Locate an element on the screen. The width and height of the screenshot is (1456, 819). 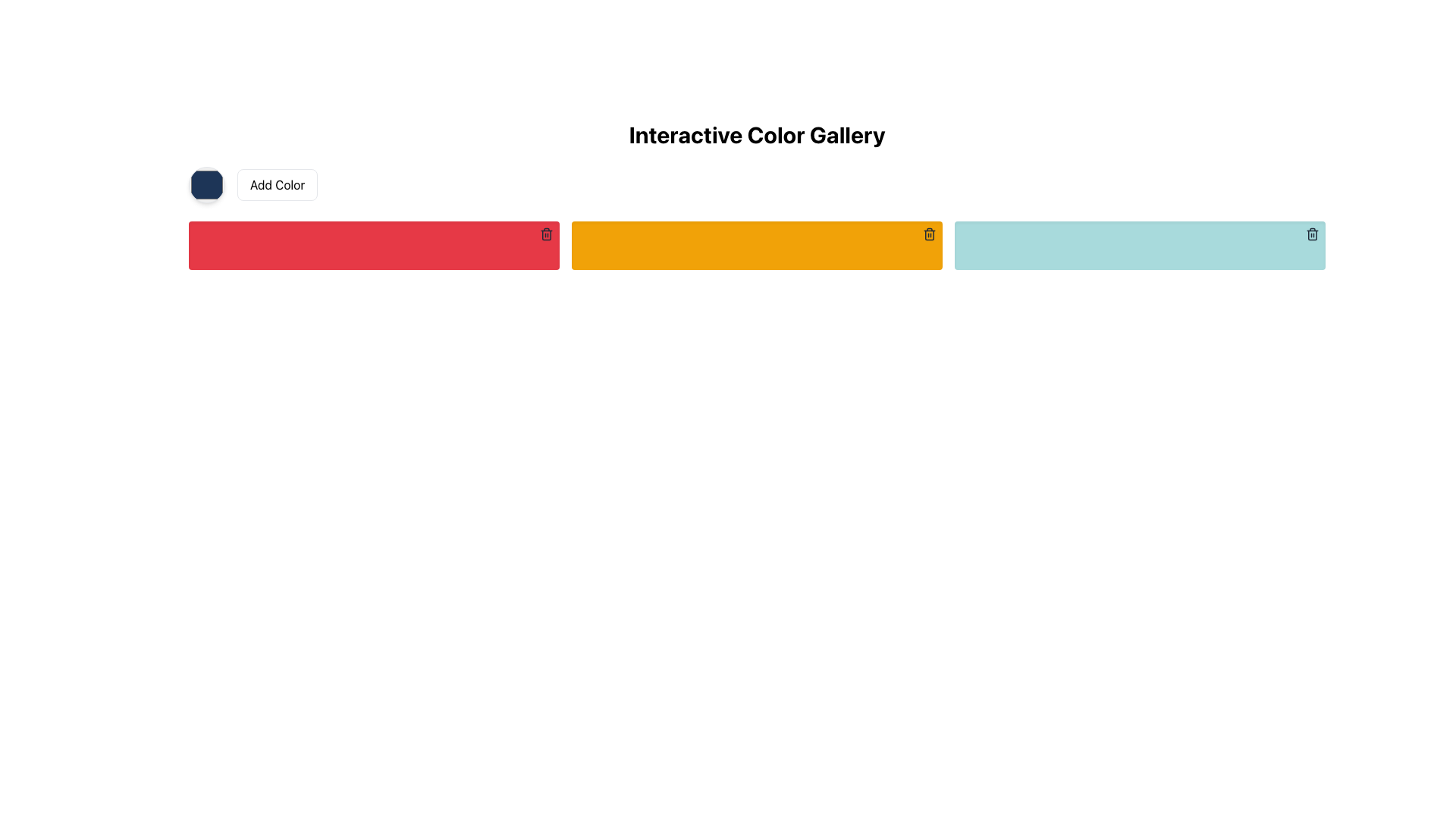
the circular color picker with a navy blue fill and a shadow effect is located at coordinates (206, 184).